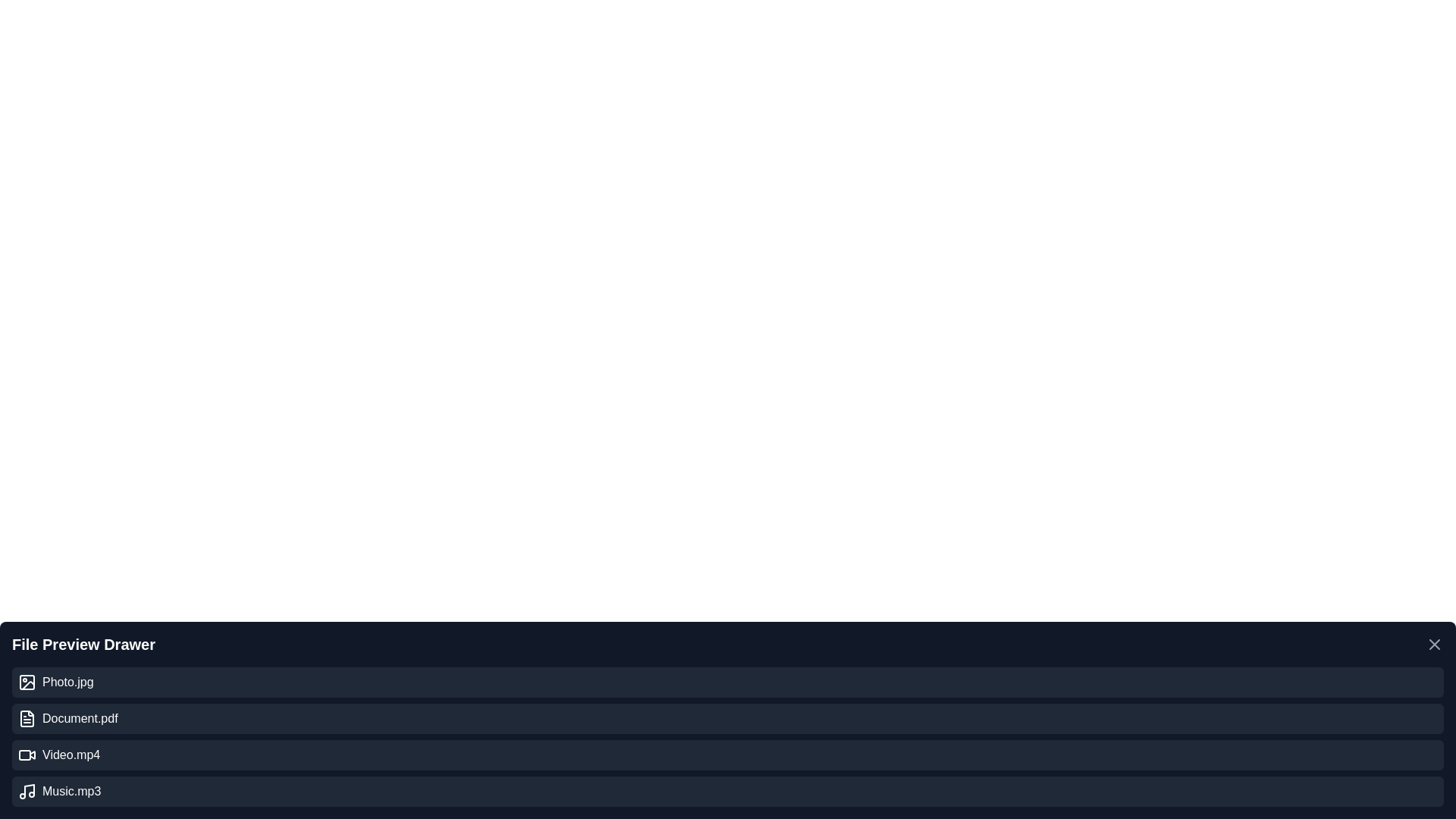 This screenshot has width=1456, height=819. I want to click on the audio file icon representing 'Music.mp3', located to the left of the text within the fourth row of the list, so click(27, 791).